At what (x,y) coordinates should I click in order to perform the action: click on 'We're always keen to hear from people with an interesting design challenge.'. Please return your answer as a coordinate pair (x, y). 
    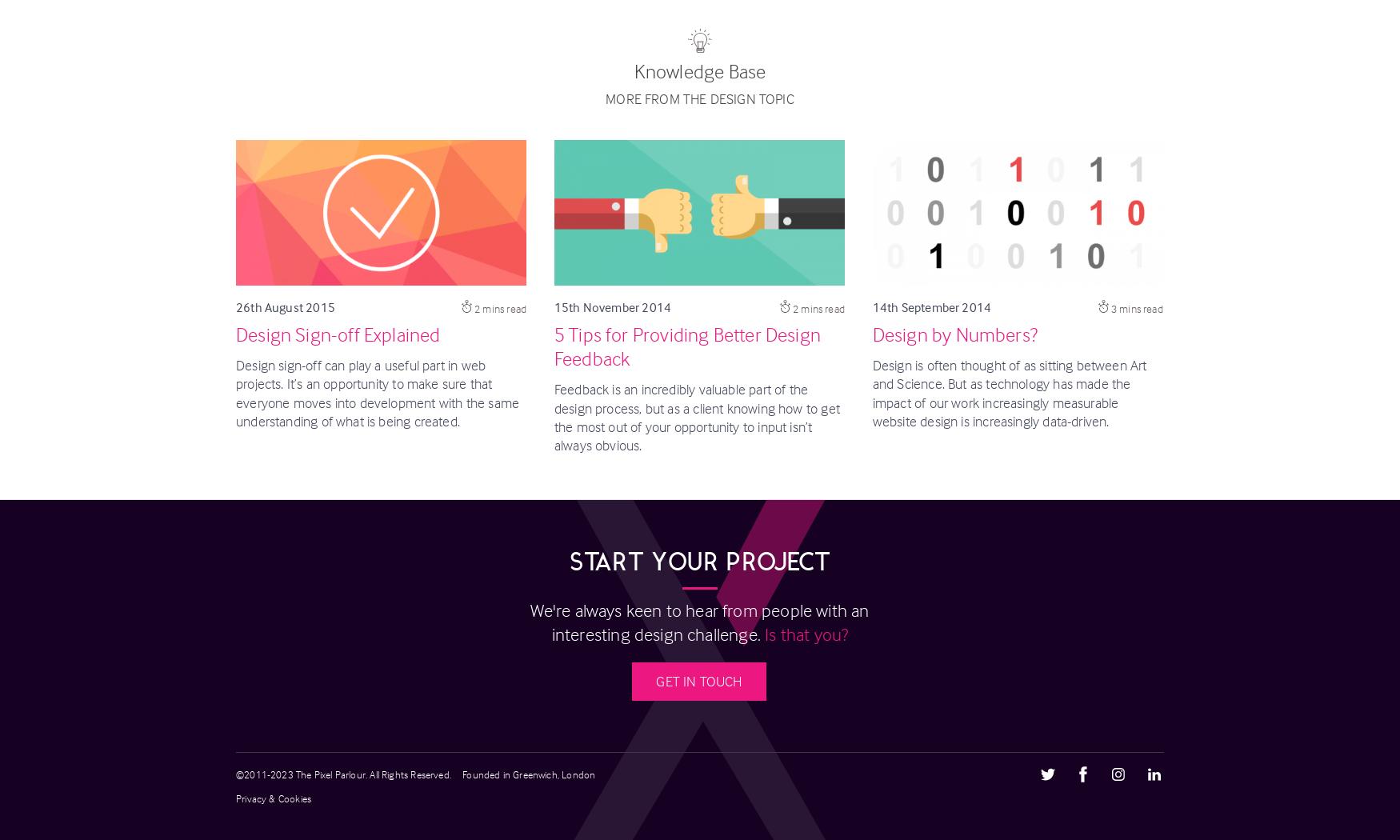
    Looking at the image, I should click on (530, 622).